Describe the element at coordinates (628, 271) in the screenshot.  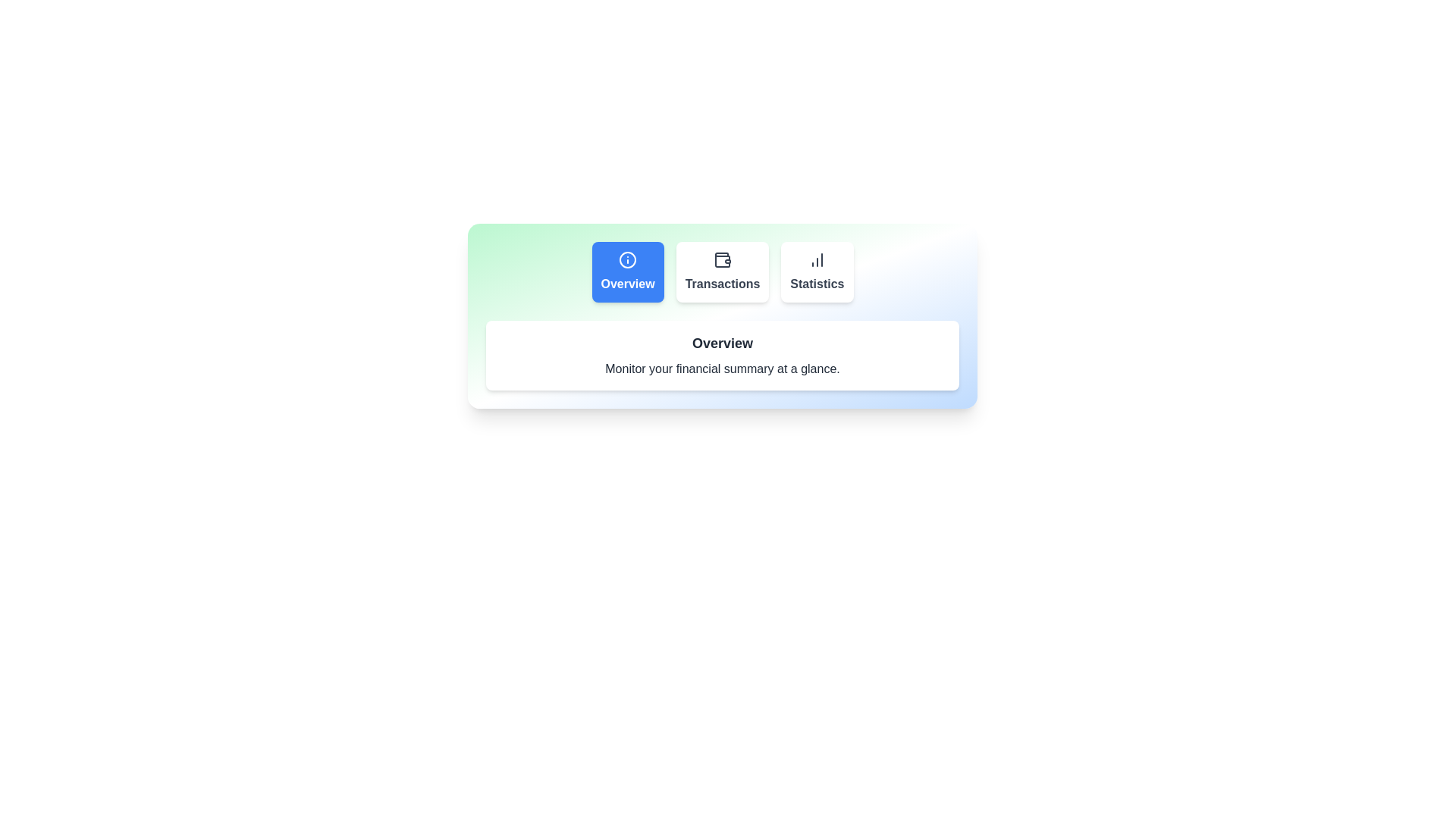
I see `the Overview tab to view its content` at that location.